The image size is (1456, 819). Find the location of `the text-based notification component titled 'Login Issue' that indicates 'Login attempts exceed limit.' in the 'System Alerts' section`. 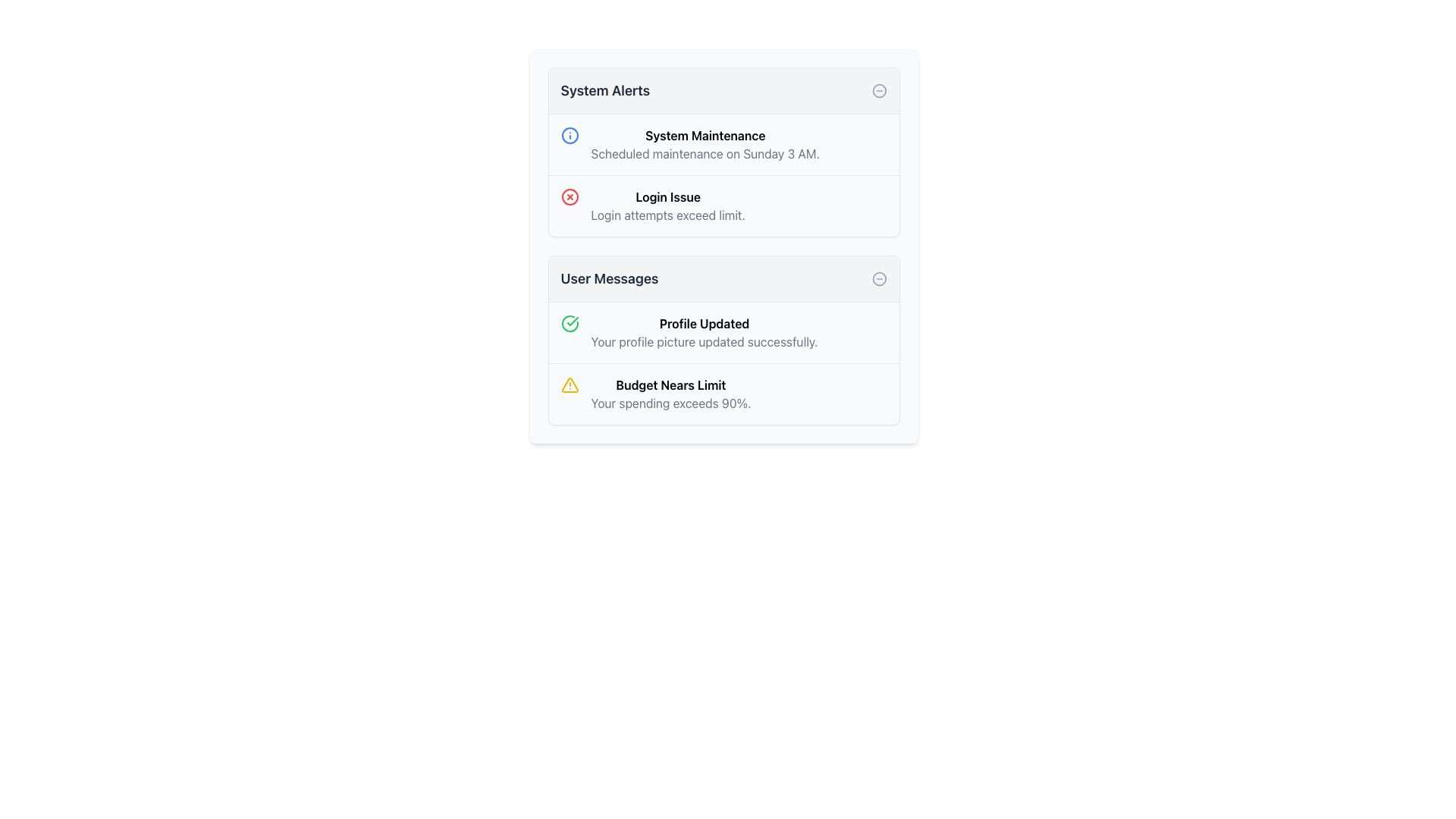

the text-based notification component titled 'Login Issue' that indicates 'Login attempts exceed limit.' in the 'System Alerts' section is located at coordinates (667, 206).